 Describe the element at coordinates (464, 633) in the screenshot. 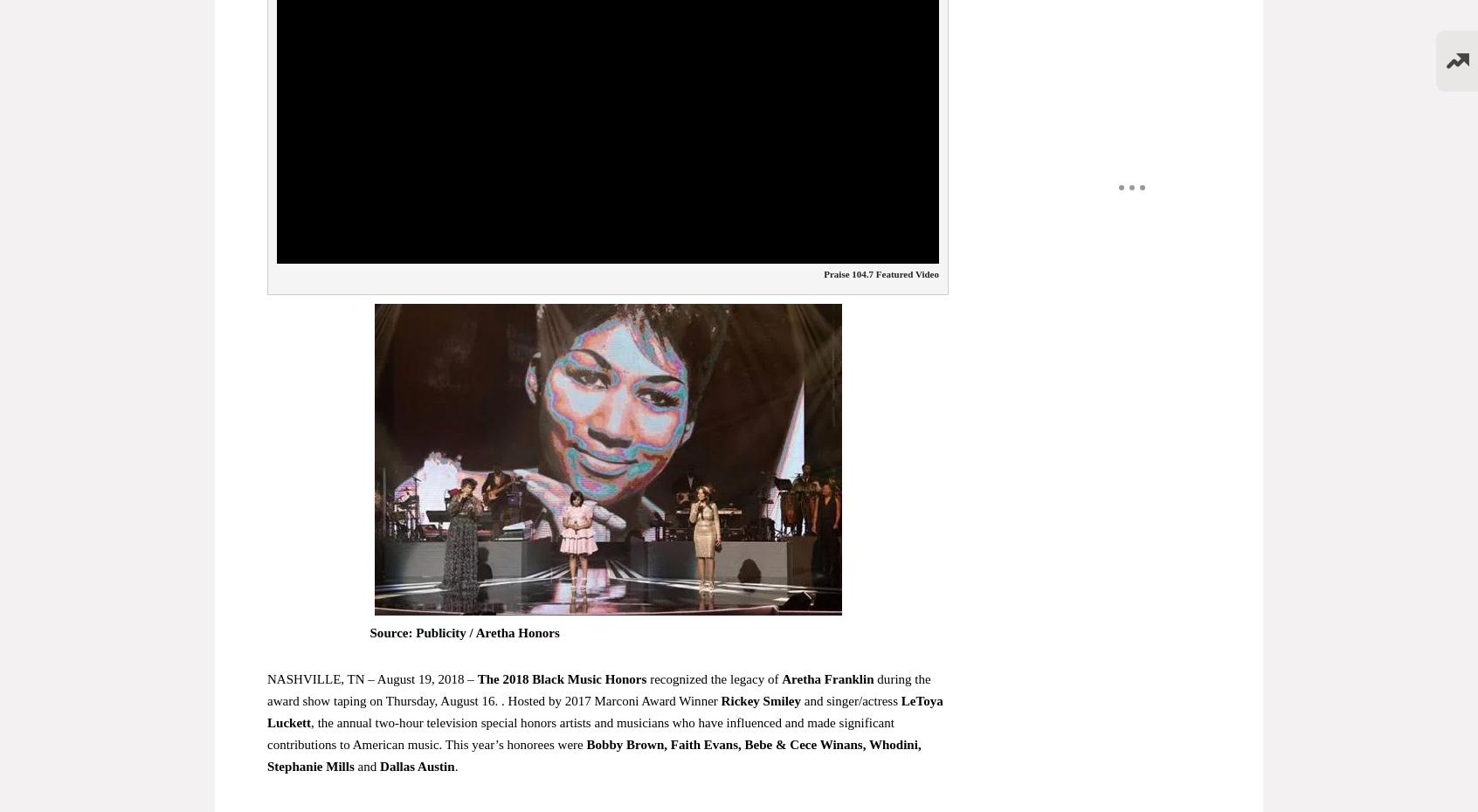

I see `'Source: Publicity / Aretha Honors'` at that location.